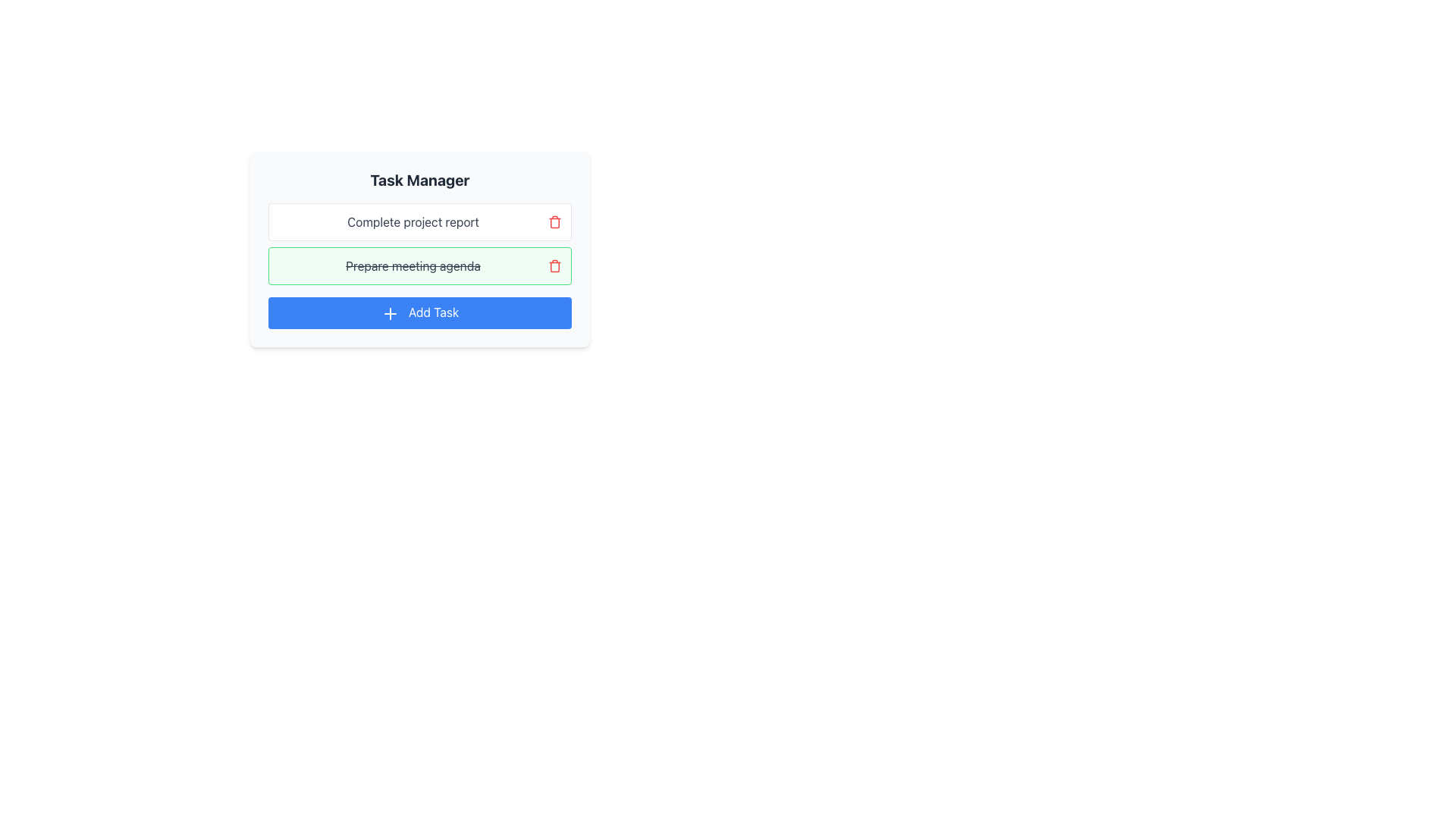 This screenshot has height=819, width=1456. Describe the element at coordinates (419, 312) in the screenshot. I see `keyboard navigation` at that location.